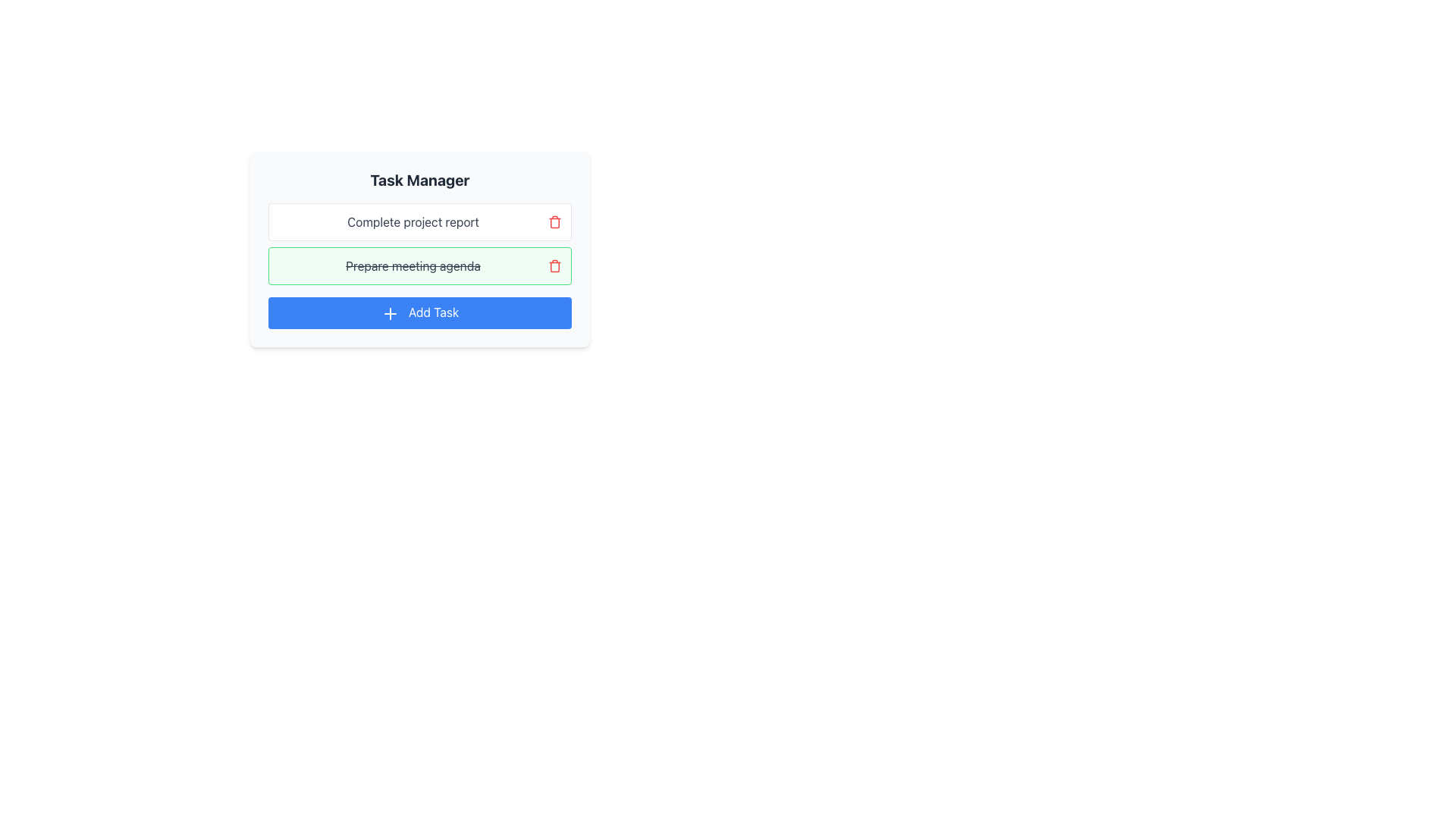 This screenshot has height=819, width=1456. Describe the element at coordinates (419, 312) in the screenshot. I see `keyboard navigation` at that location.